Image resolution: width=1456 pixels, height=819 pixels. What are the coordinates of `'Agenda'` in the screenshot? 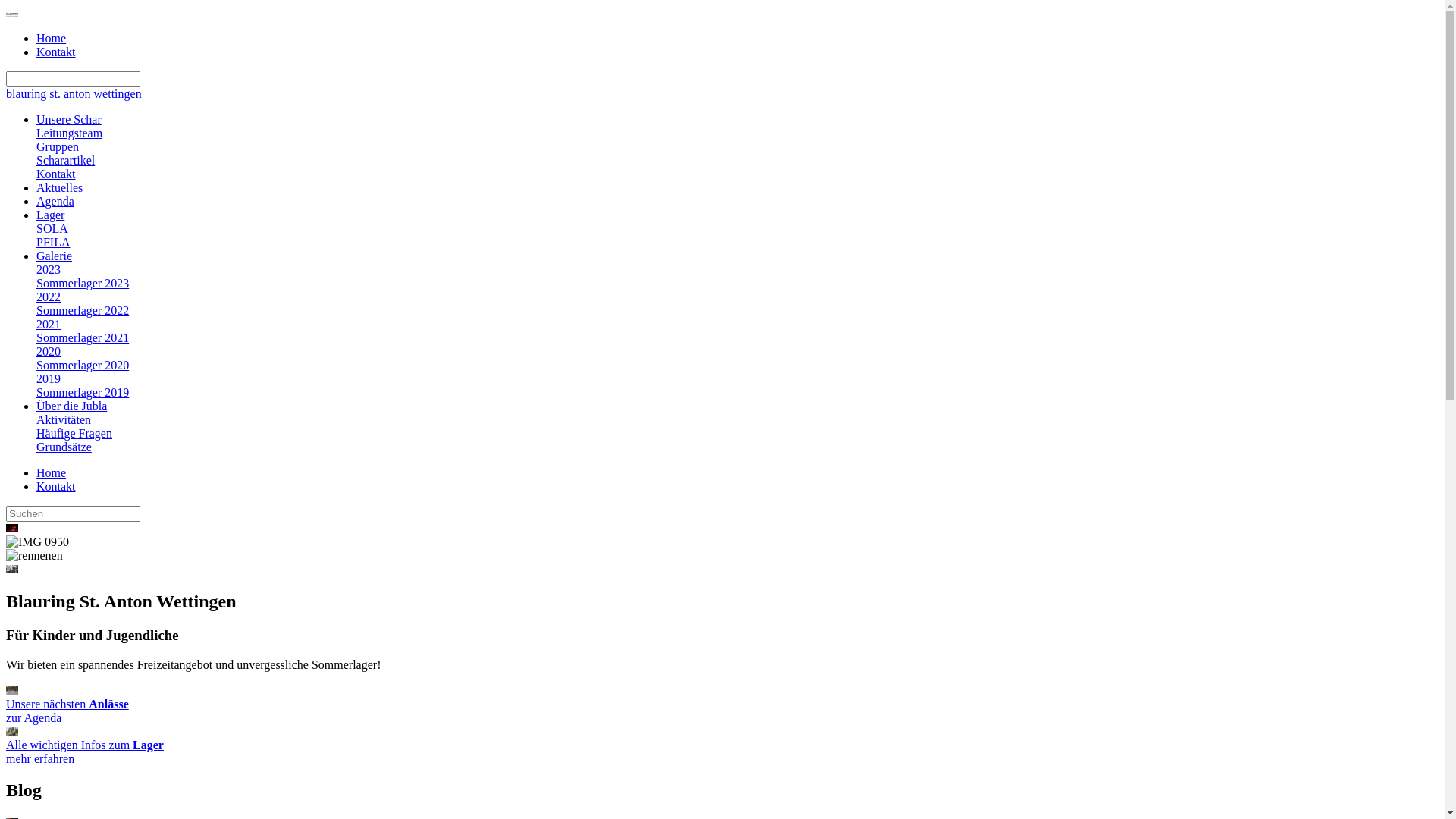 It's located at (55, 200).